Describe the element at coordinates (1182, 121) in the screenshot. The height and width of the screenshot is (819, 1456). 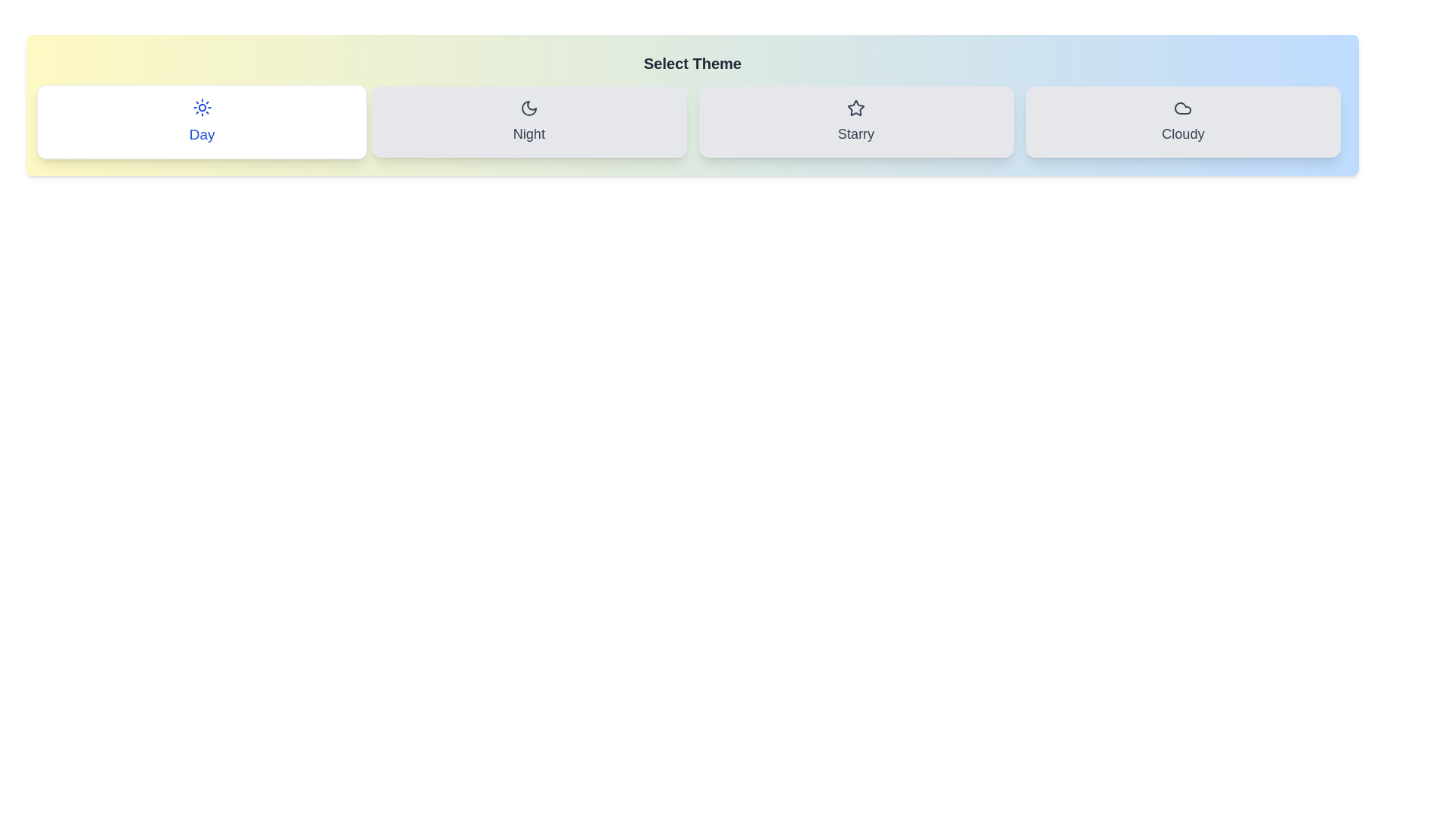
I see `the button corresponding to the Cloudy theme` at that location.